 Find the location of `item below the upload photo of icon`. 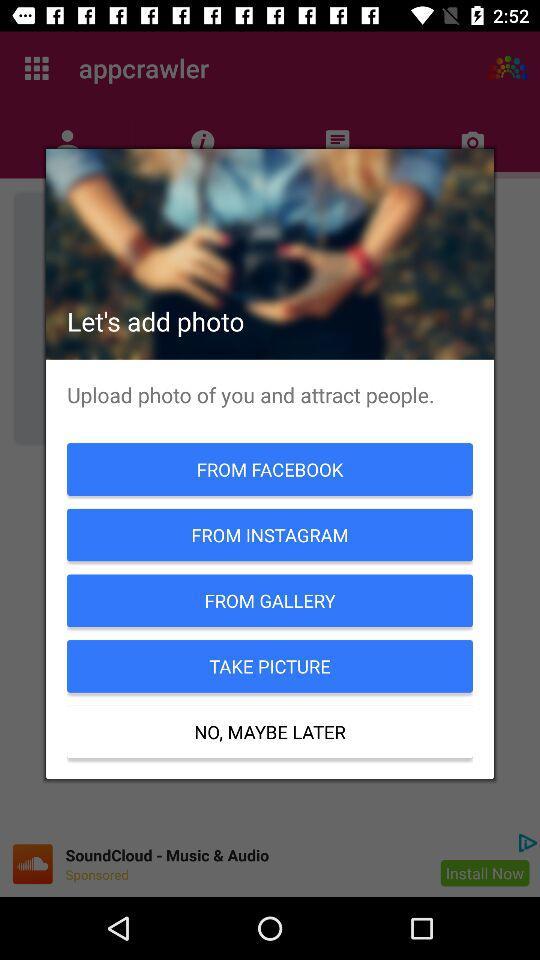

item below the upload photo of icon is located at coordinates (270, 469).